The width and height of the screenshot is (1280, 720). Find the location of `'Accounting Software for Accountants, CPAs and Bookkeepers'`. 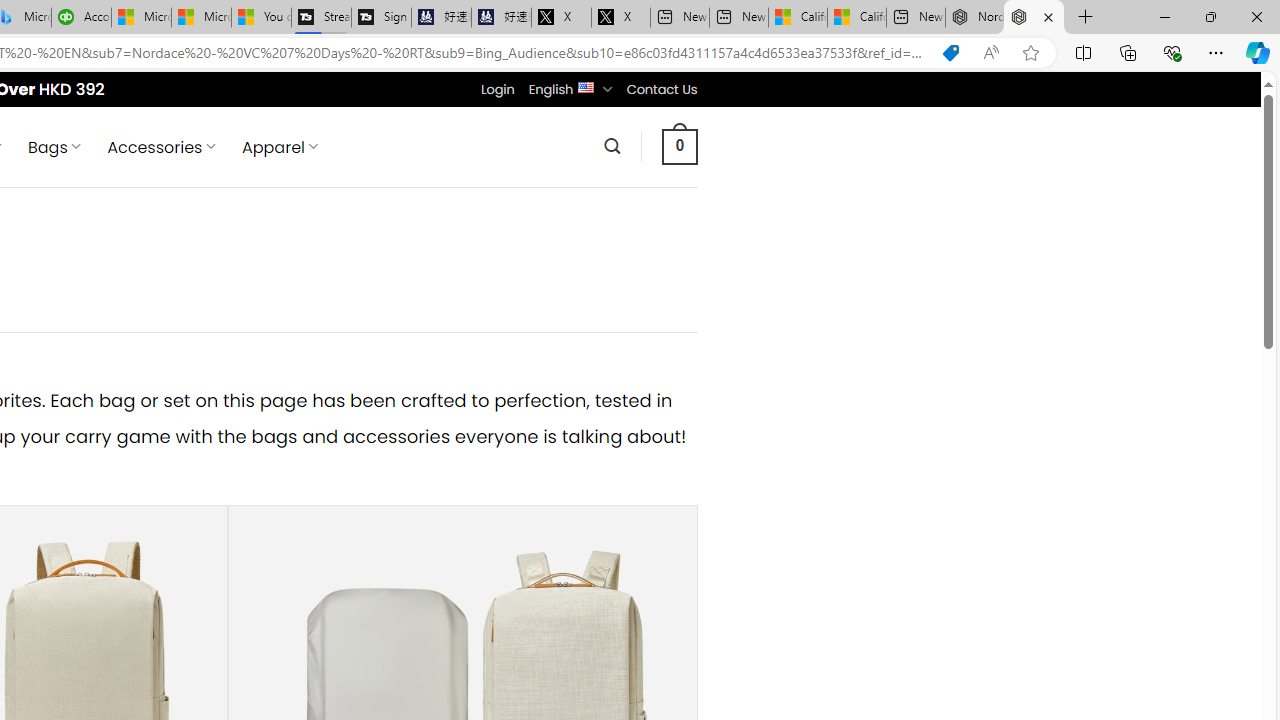

'Accounting Software for Accountants, CPAs and Bookkeepers' is located at coordinates (80, 17).